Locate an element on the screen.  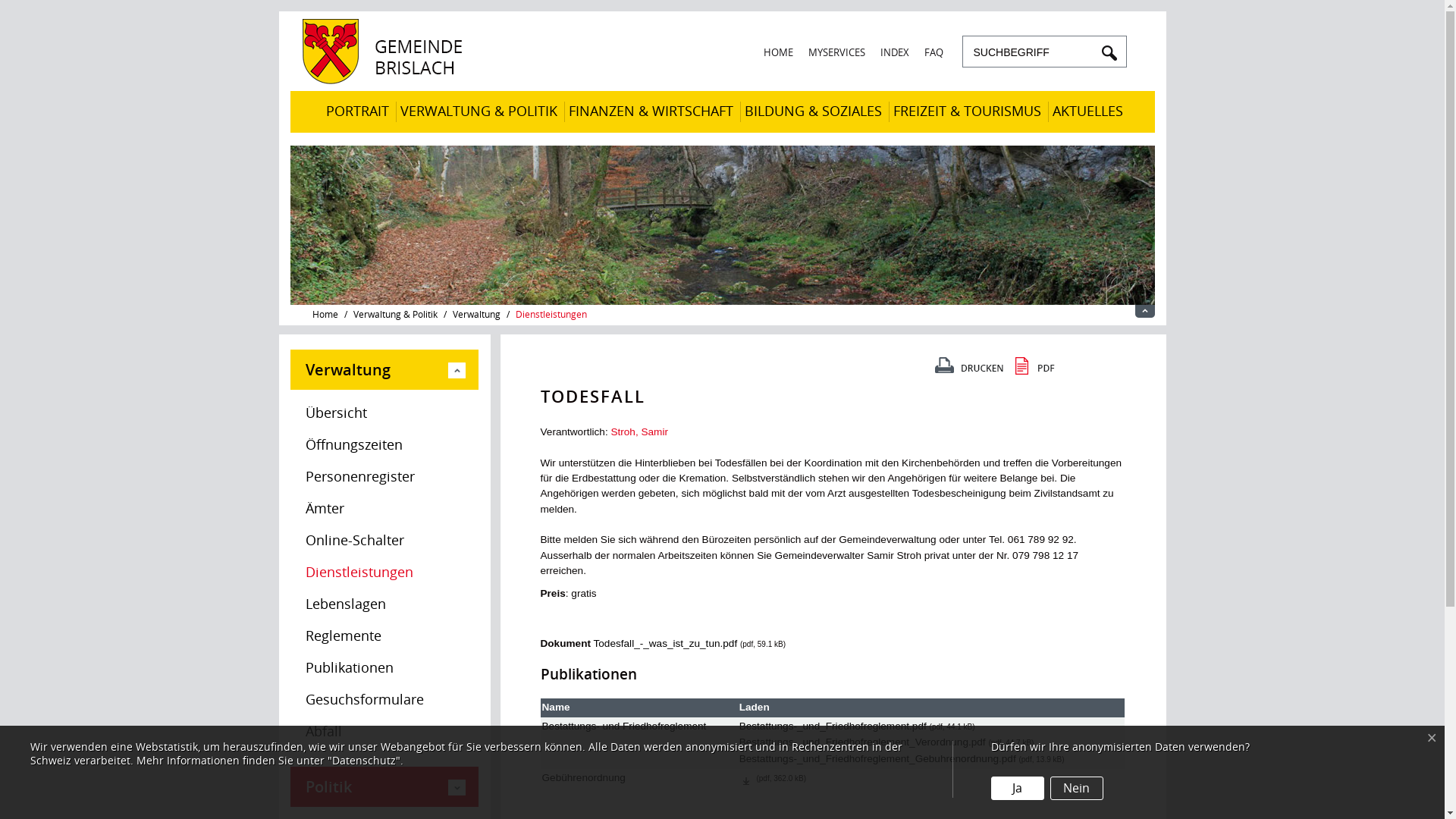
'Todesfall_-_was_ist_zu_tun.pdf' is located at coordinates (665, 643).